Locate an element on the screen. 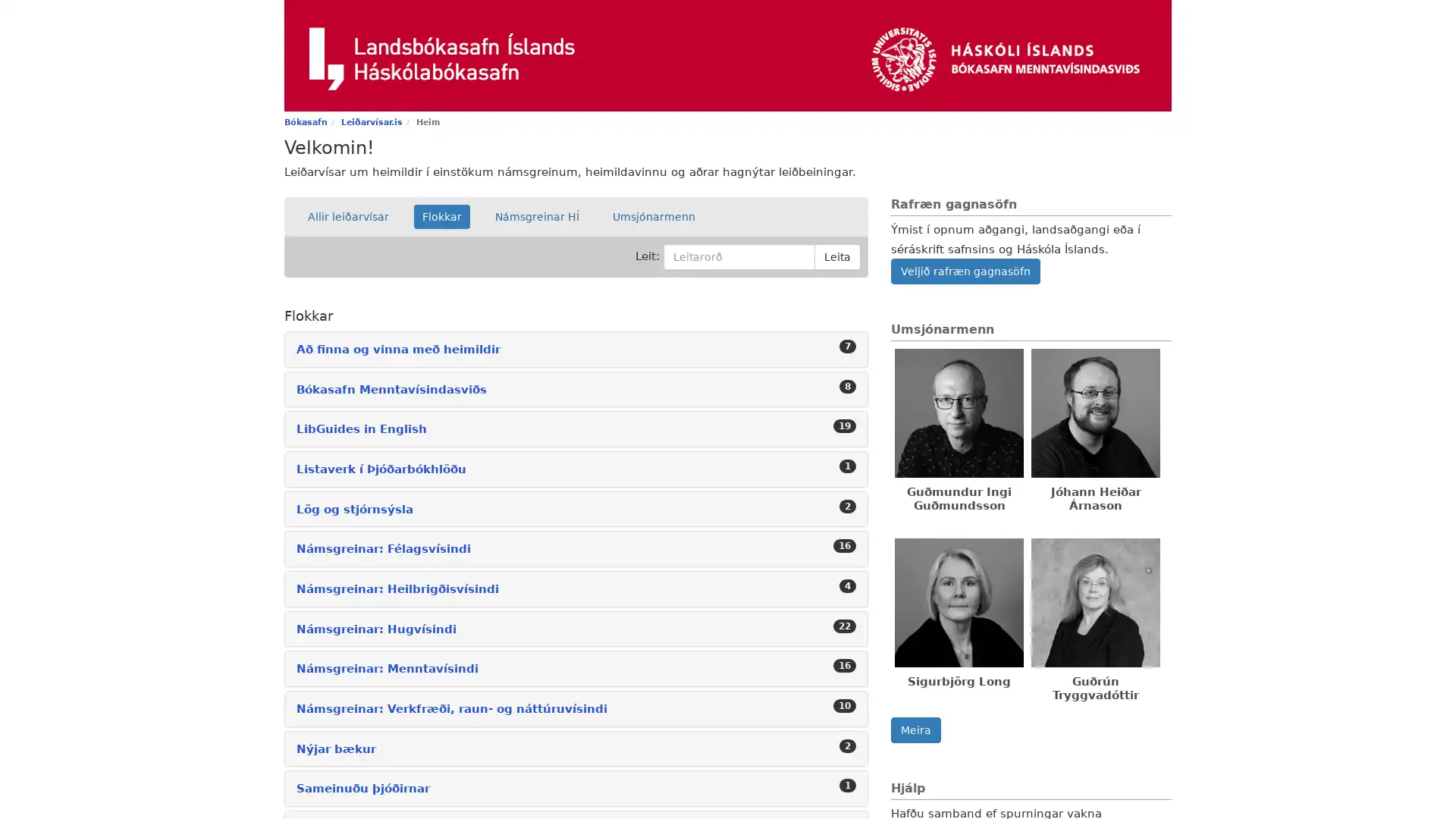 The height and width of the screenshot is (819, 1456). Flokkar is located at coordinates (441, 216).